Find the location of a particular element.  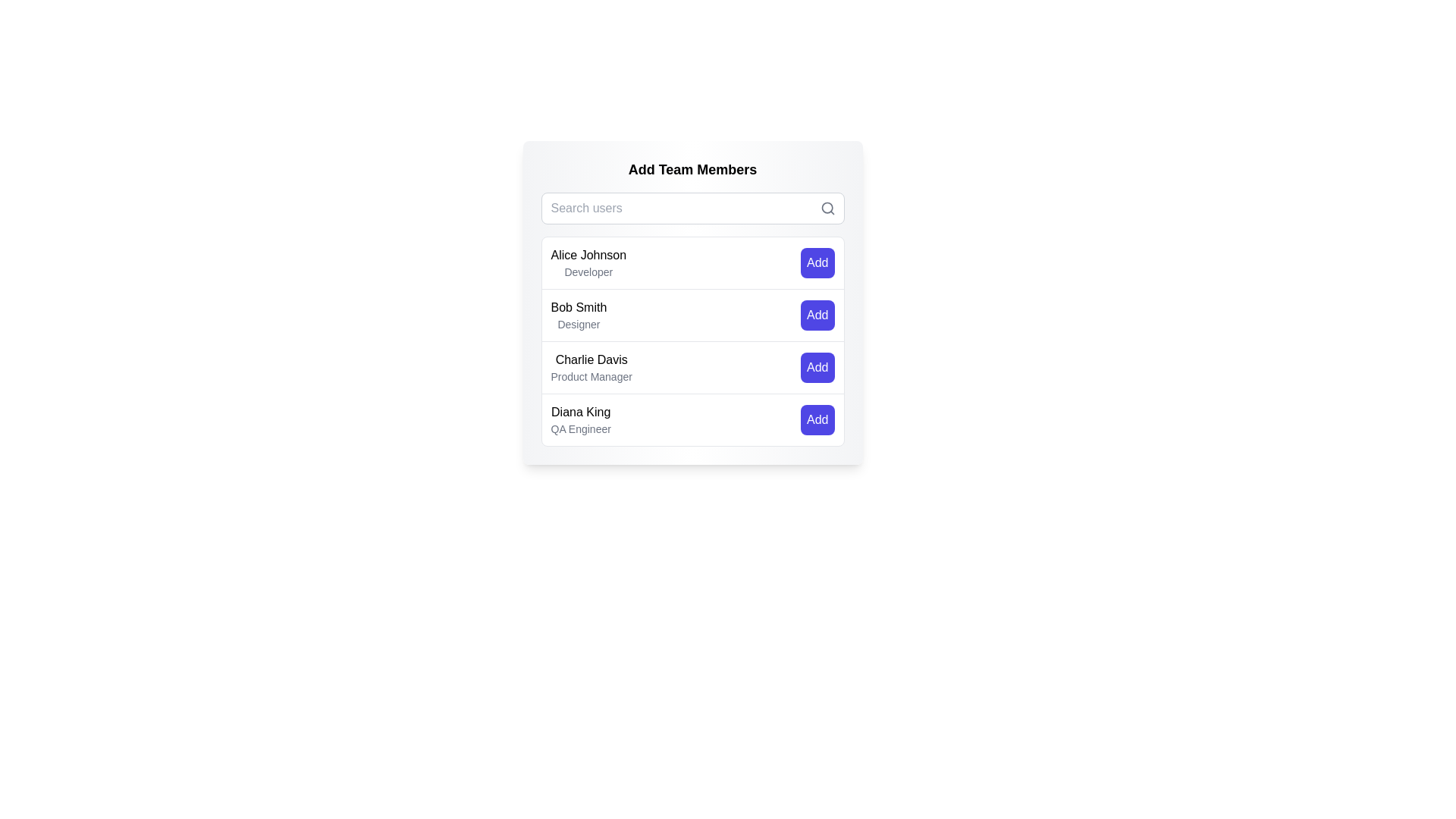

the third row of the user entries list, which displays 'Charlie Davis' as the name and includes an 'Add' button on the right, to trigger row-level feedback is located at coordinates (692, 367).